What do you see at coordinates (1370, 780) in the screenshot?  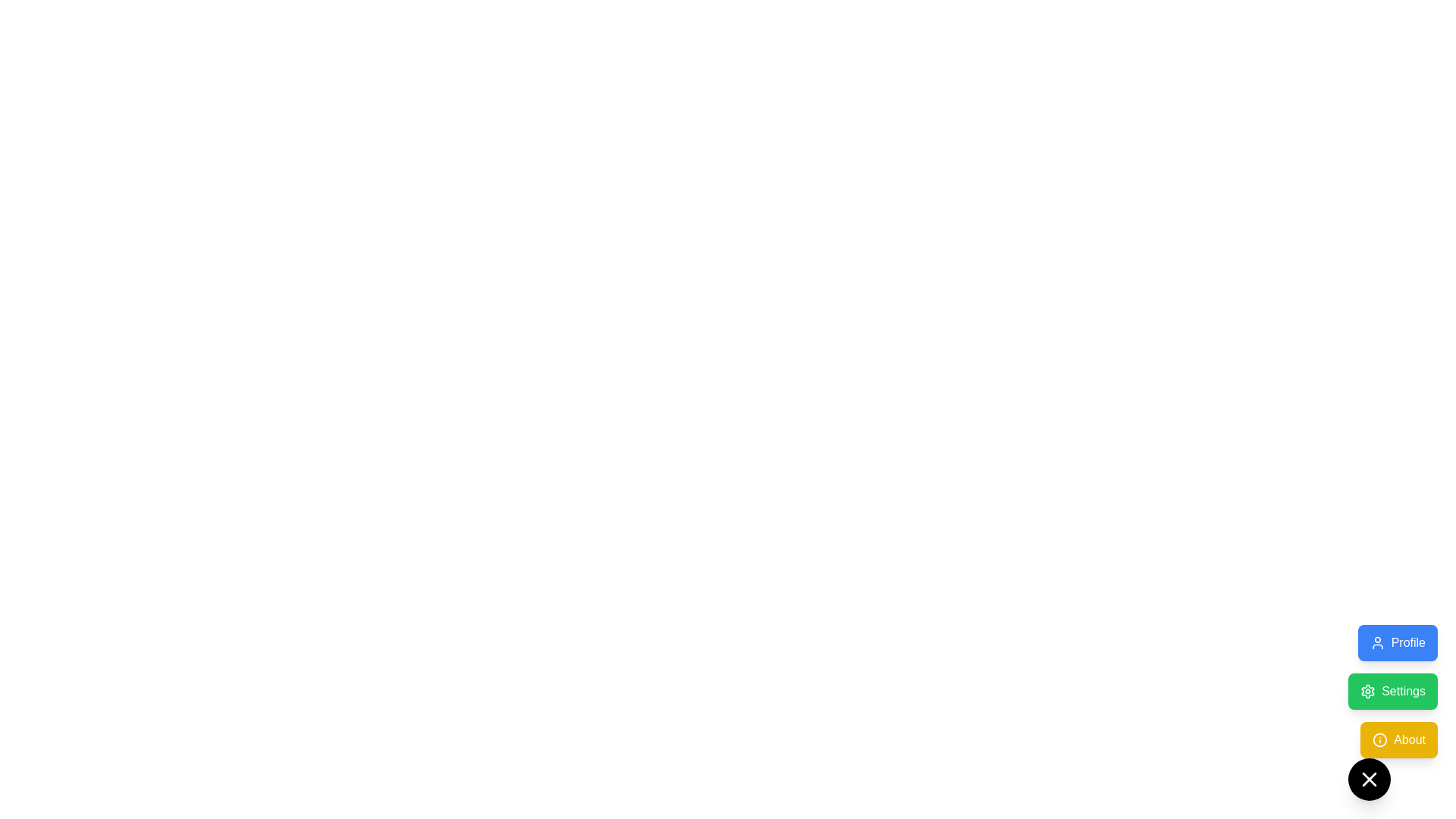 I see `the close or cancel button located at the bottom-right corner of the vertical button stack` at bounding box center [1370, 780].